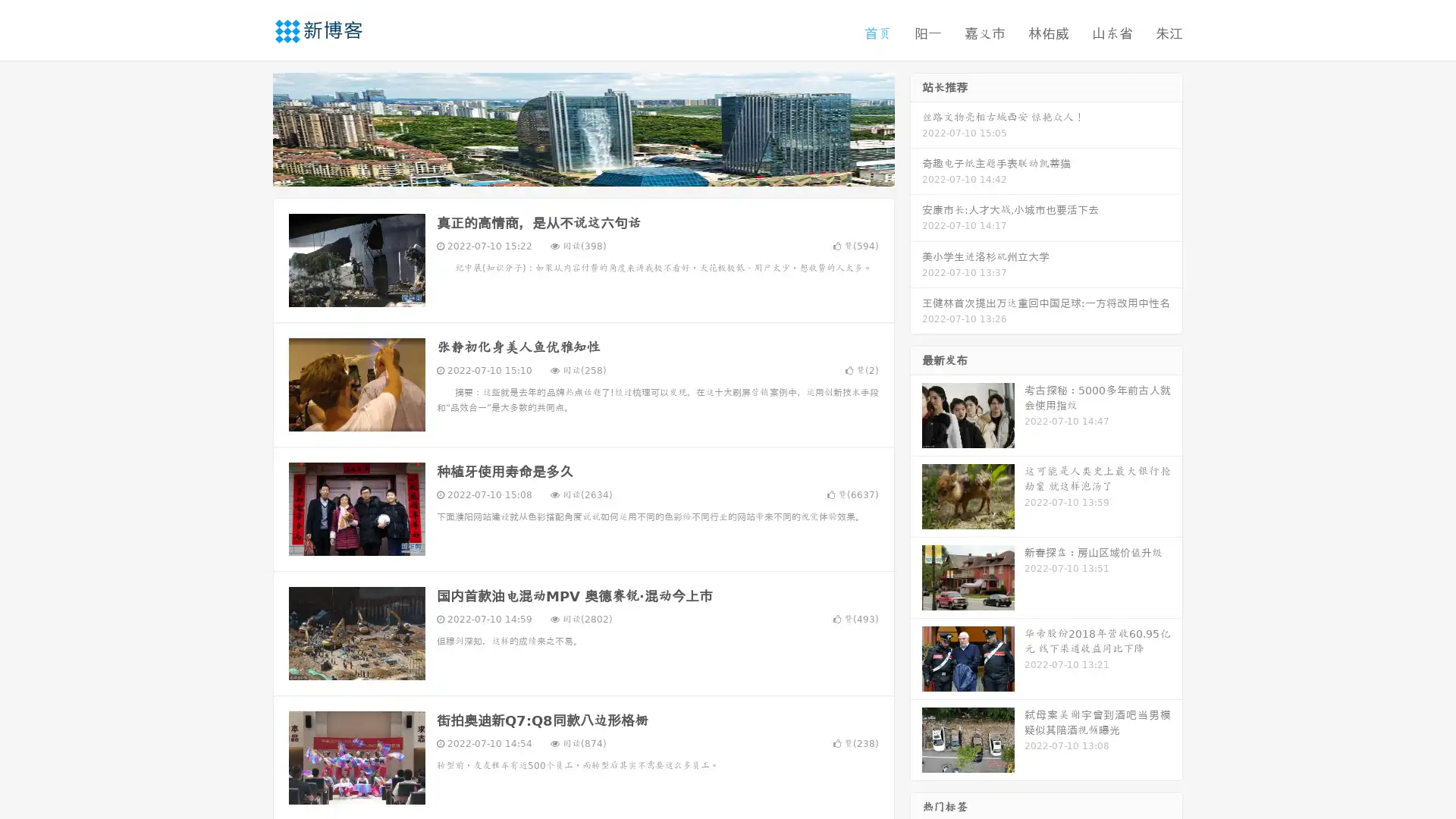  What do you see at coordinates (916, 127) in the screenshot?
I see `Next slide` at bounding box center [916, 127].